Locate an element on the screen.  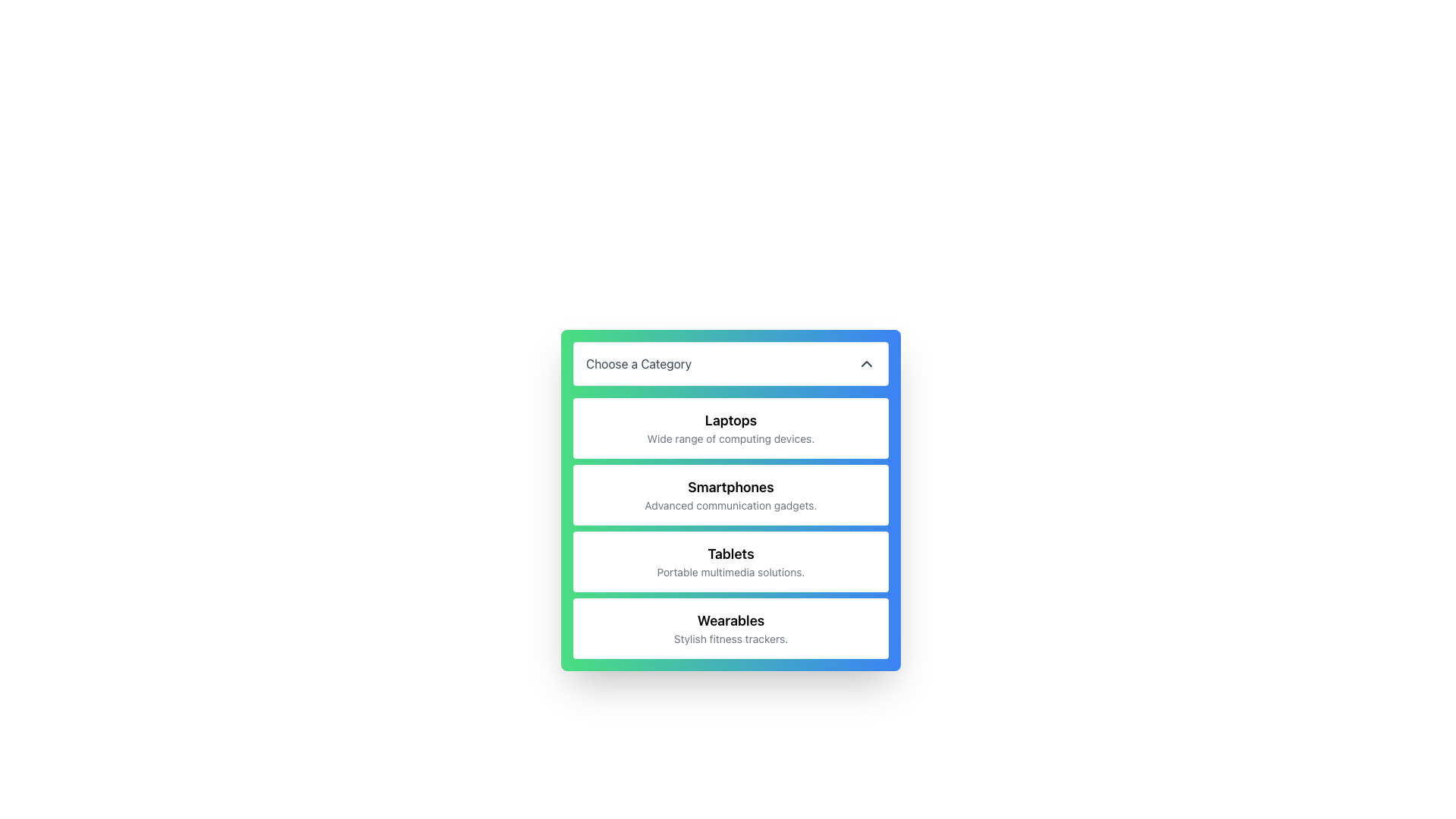
the static text label that indicates to the user to click to select or view categories from the dropdown menu is located at coordinates (639, 363).